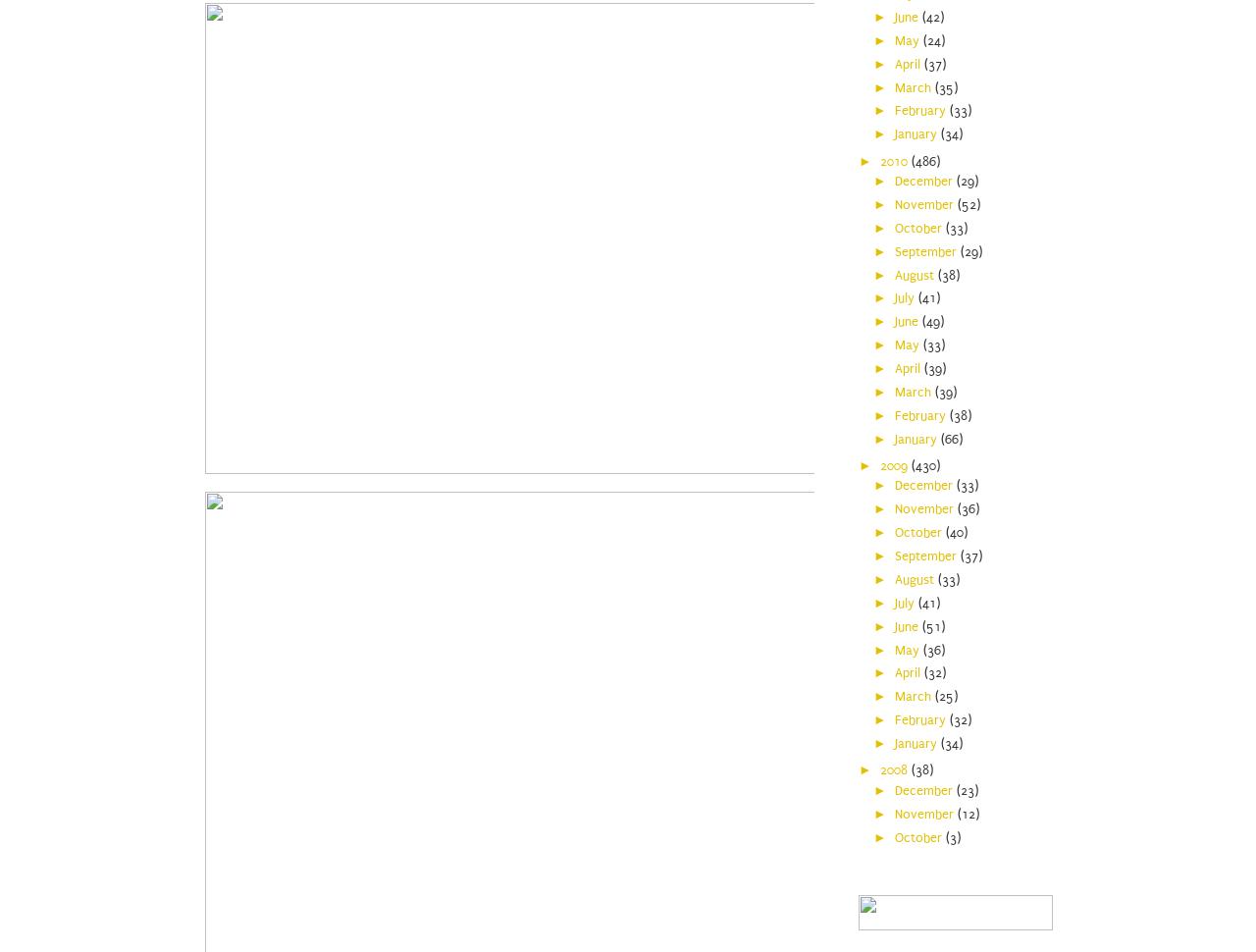 This screenshot has width=1256, height=952. Describe the element at coordinates (932, 39) in the screenshot. I see `'(24)'` at that location.